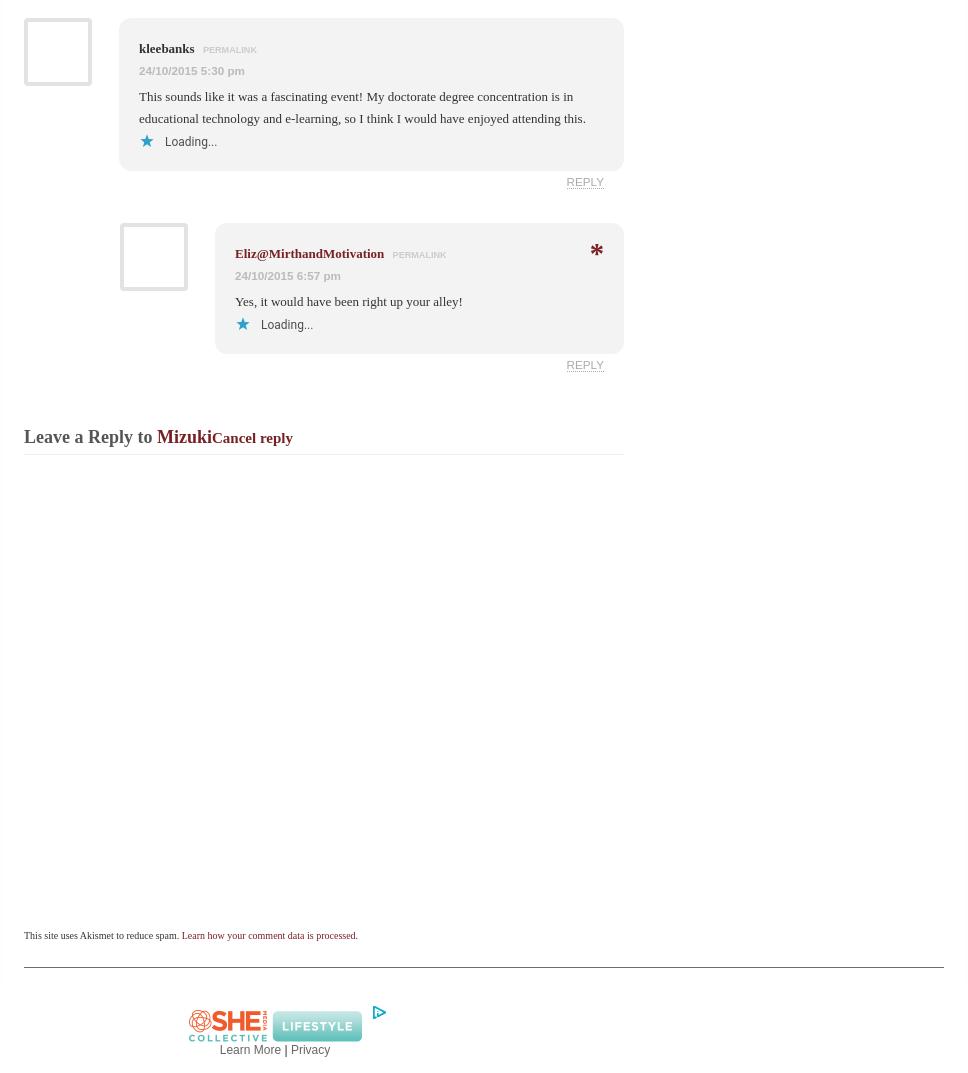 The width and height of the screenshot is (968, 1073). What do you see at coordinates (284, 1048) in the screenshot?
I see `'|'` at bounding box center [284, 1048].